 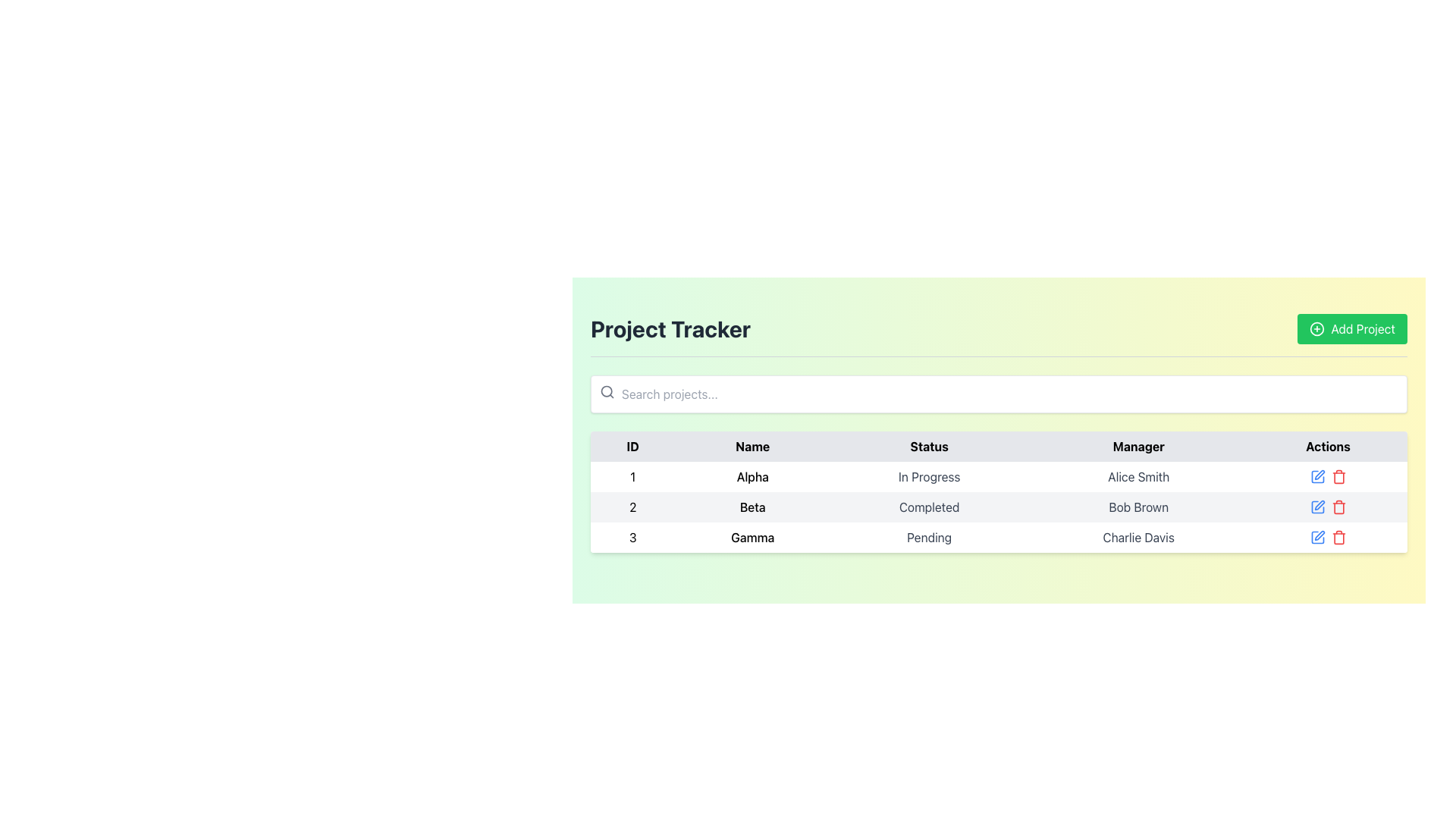 What do you see at coordinates (632, 537) in the screenshot?
I see `the static text label displaying the numeric character '3' in the first cell of the third row under the 'ID' column of the table for the project identified as 'Gamma'` at bounding box center [632, 537].